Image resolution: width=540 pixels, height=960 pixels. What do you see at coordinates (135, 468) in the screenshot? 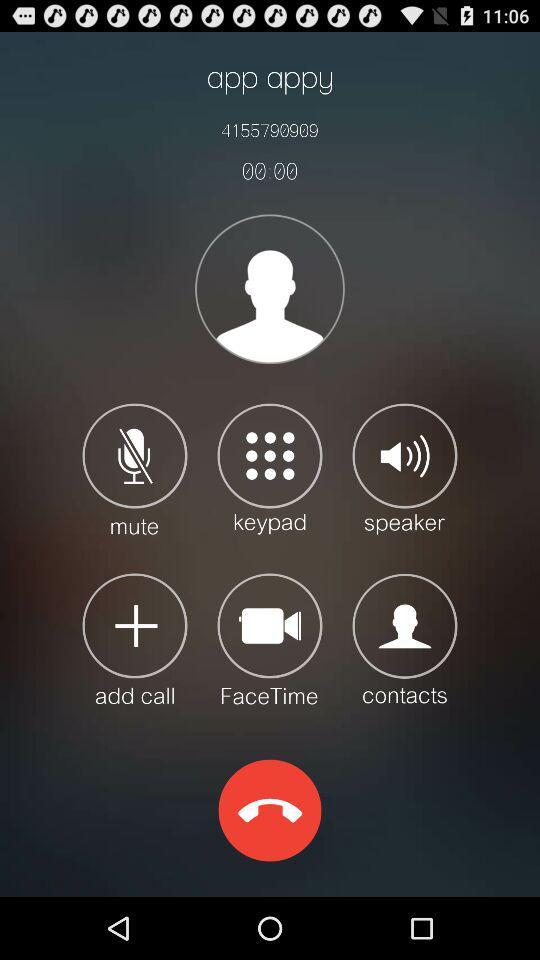
I see `mute` at bounding box center [135, 468].